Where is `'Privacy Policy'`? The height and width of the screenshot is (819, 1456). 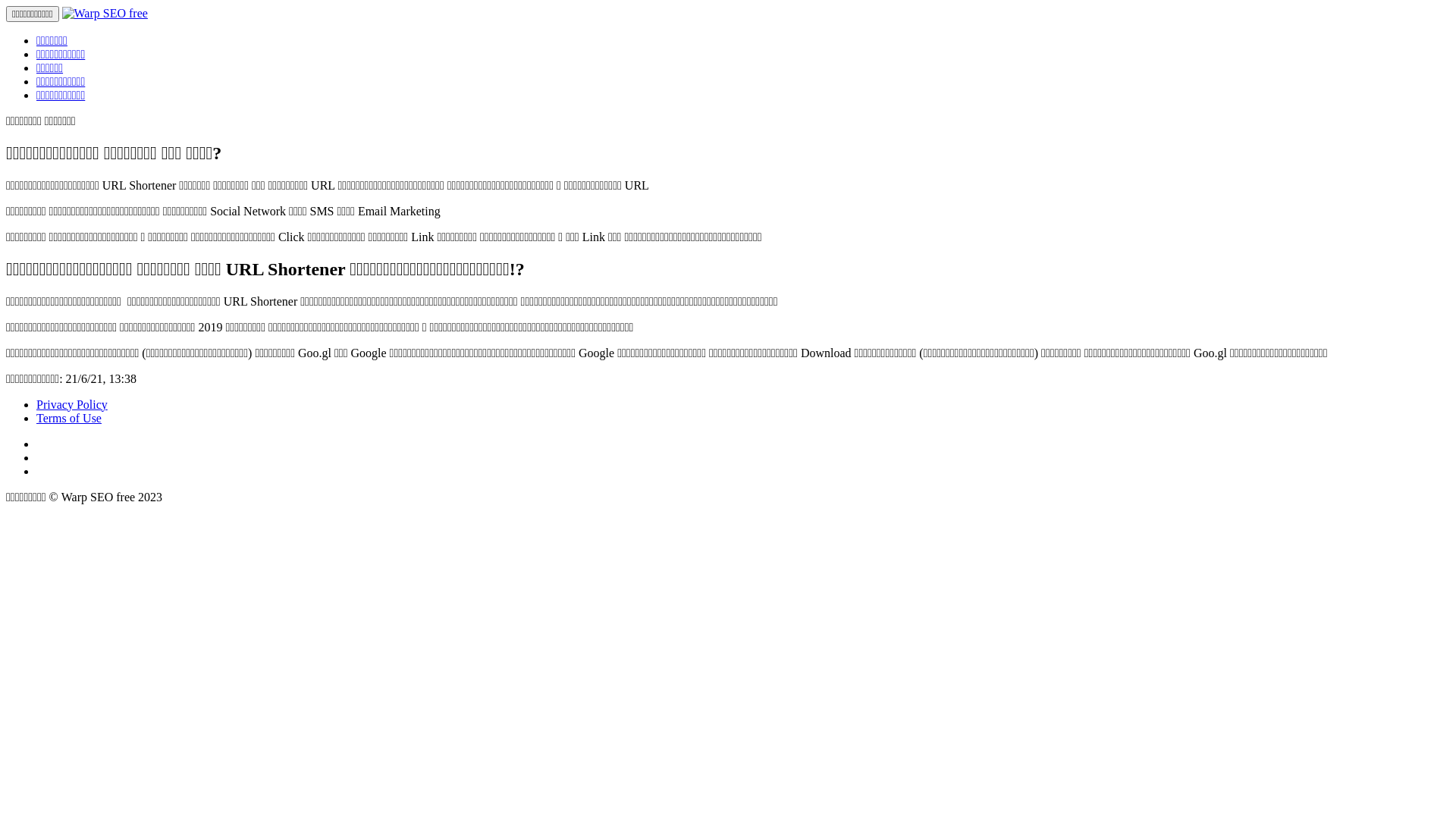
'Privacy Policy' is located at coordinates (36, 403).